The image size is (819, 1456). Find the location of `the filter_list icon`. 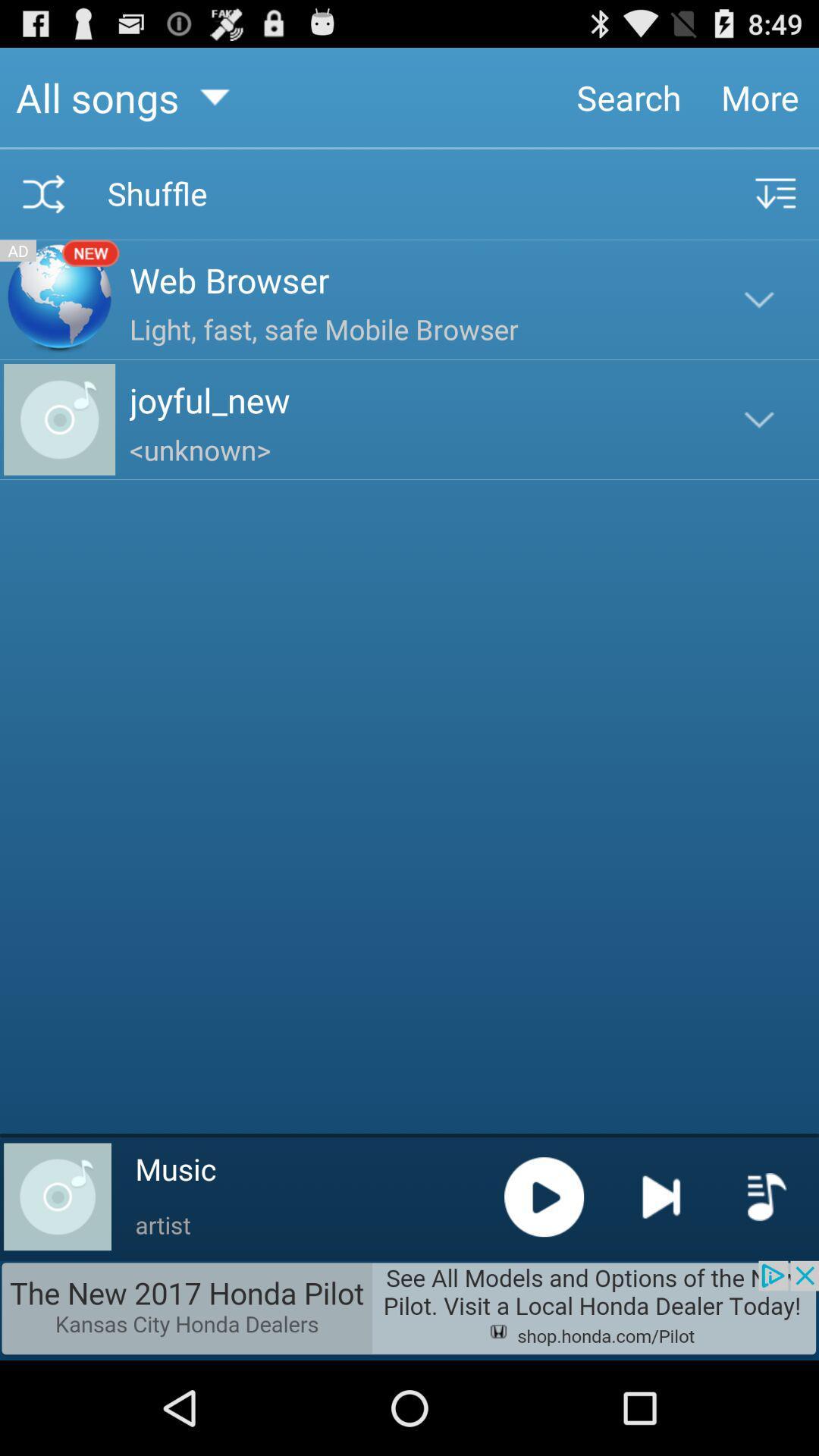

the filter_list icon is located at coordinates (775, 206).